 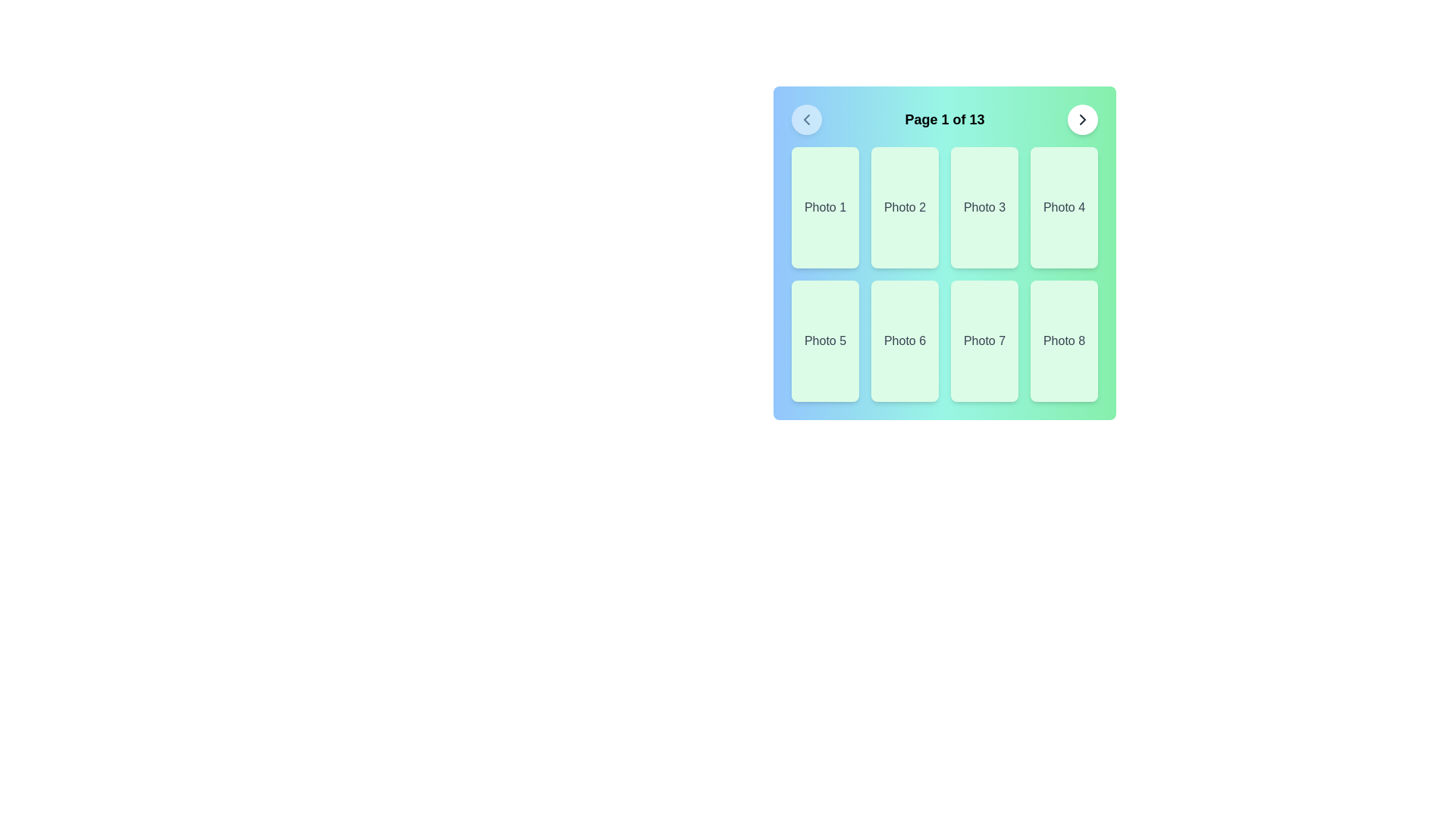 I want to click on the visual display element resembling a green card with rounded corners and the text 'Photo 5' in gray, located in the second row and first column of a grid layout, so click(x=824, y=341).